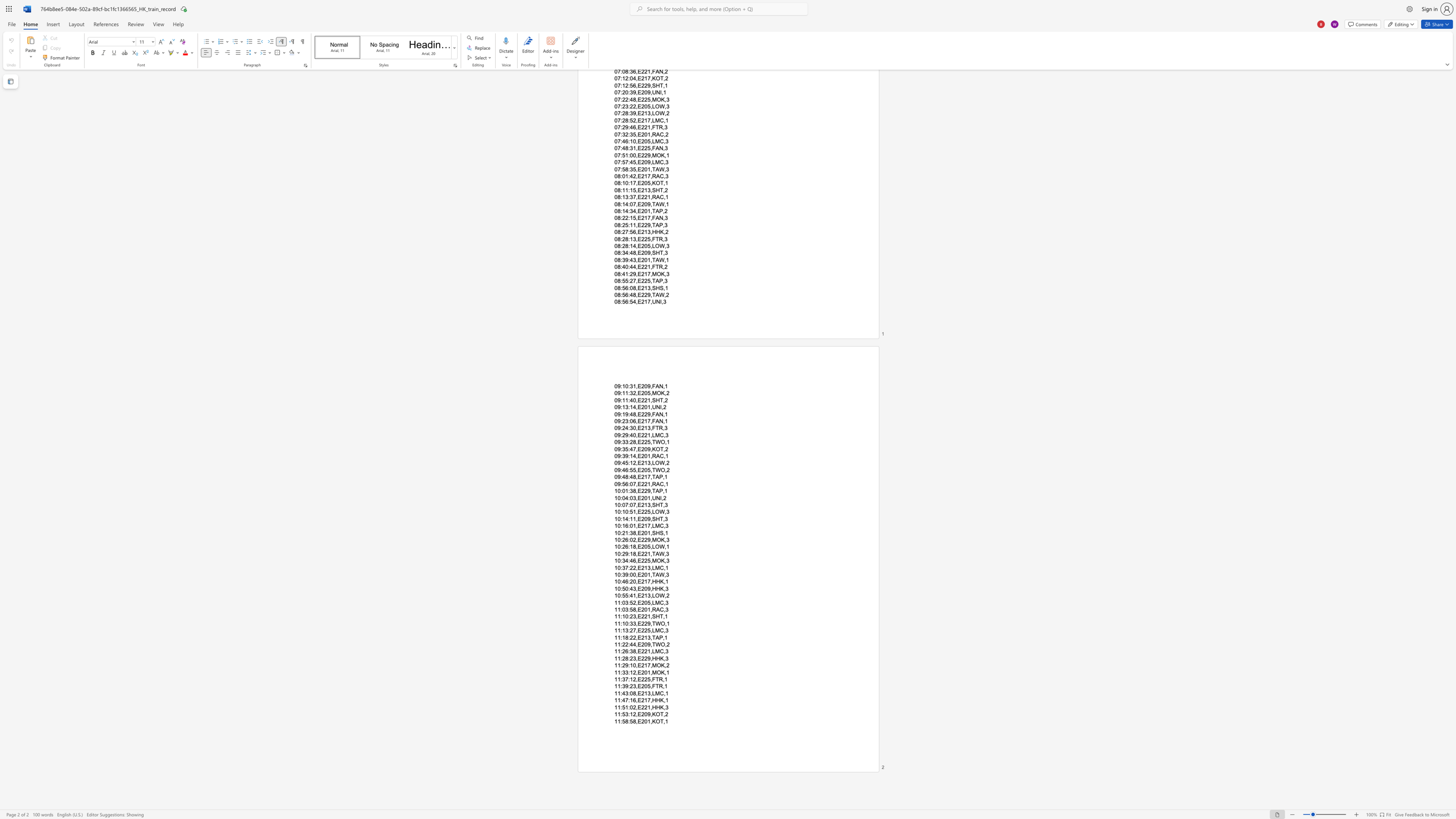  I want to click on the space between the continuous character "5" and "," in the text, so click(649, 686).